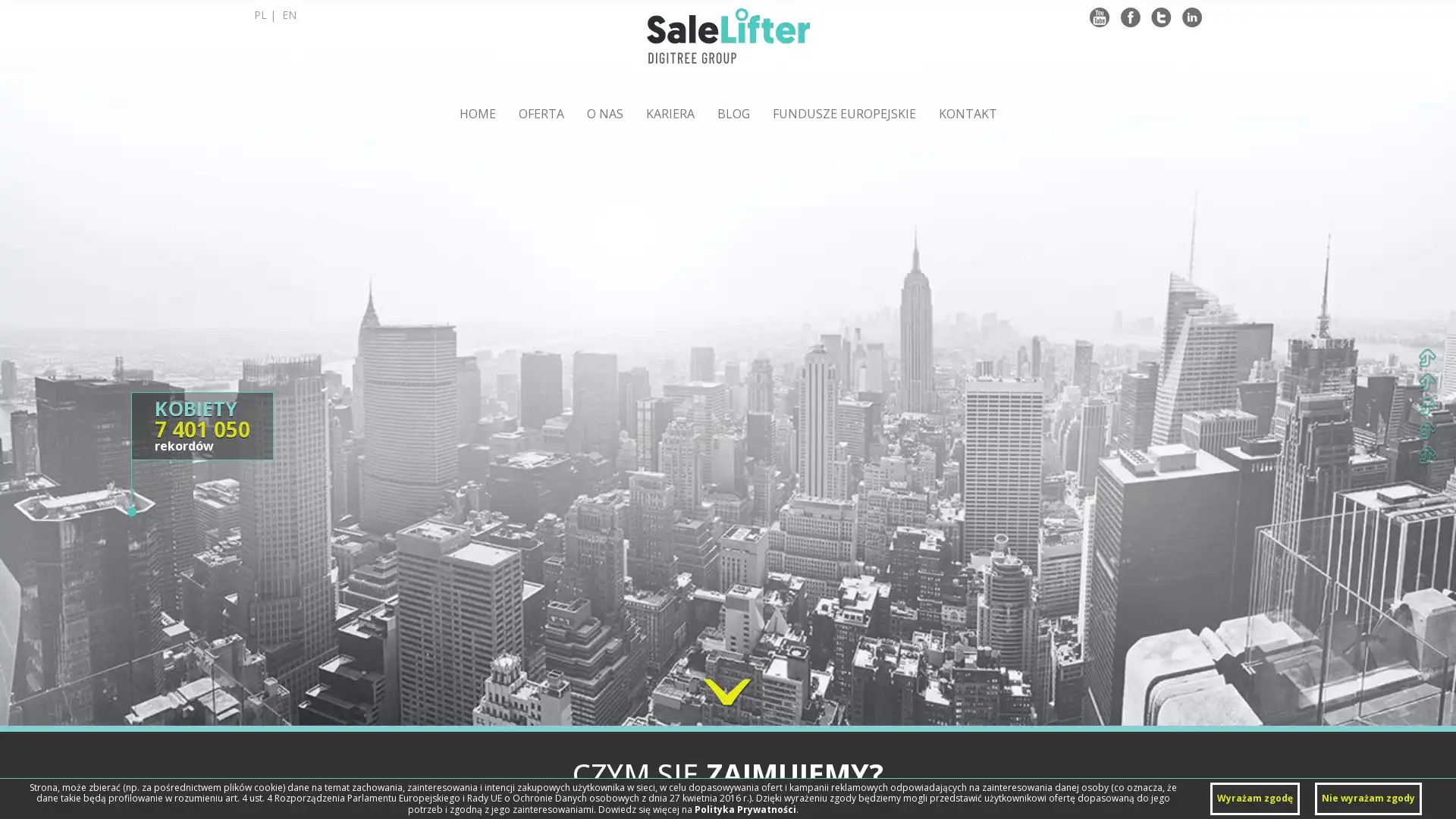 This screenshot has height=819, width=1456. What do you see at coordinates (1255, 798) in the screenshot?
I see `Wyrazam zgode` at bounding box center [1255, 798].